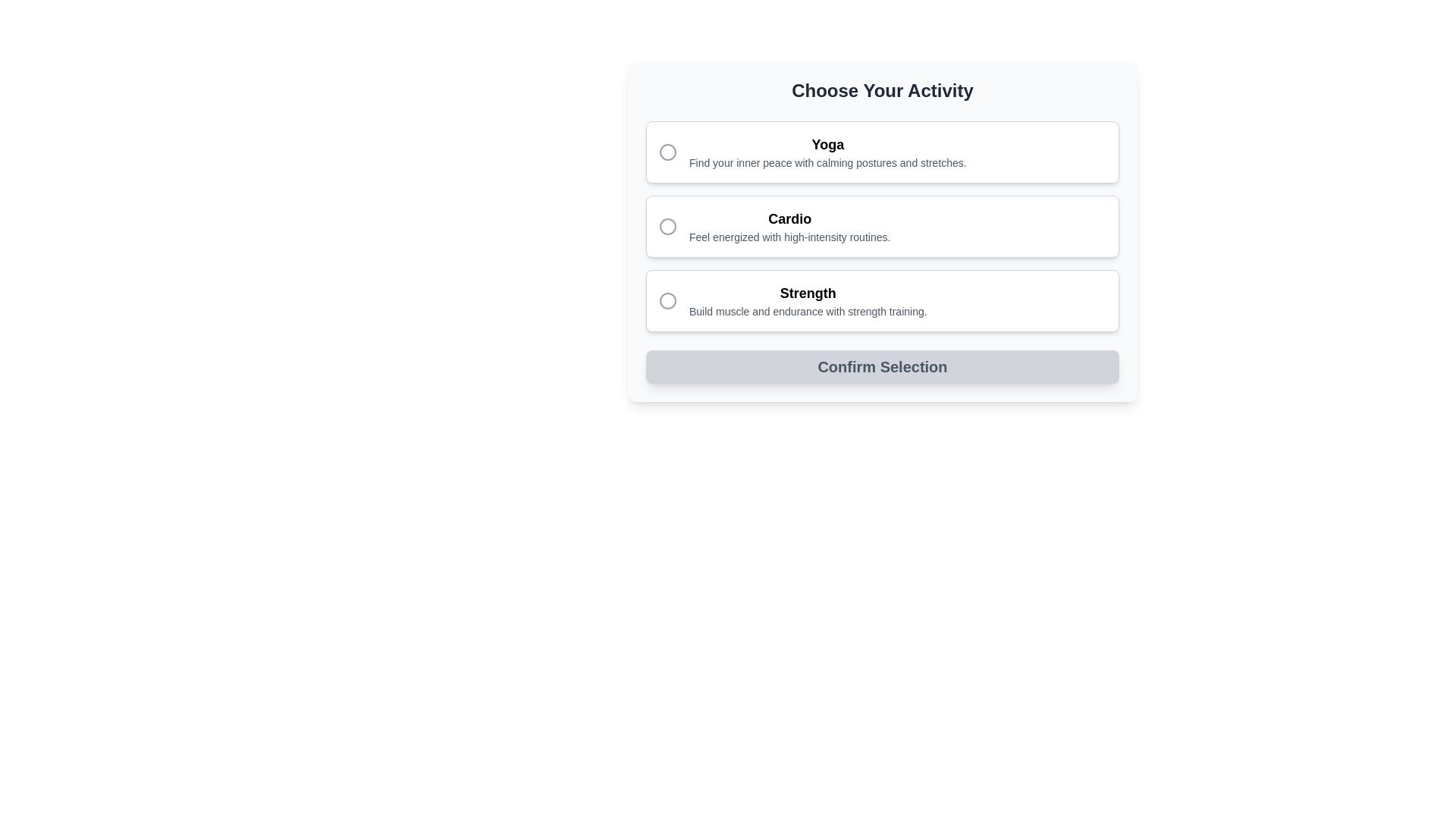 The width and height of the screenshot is (1456, 819). What do you see at coordinates (774, 227) in the screenshot?
I see `the text block displaying 'Cardio' and its subtitle 'Feel energized with high-intensity routines.' which is associated with the radio button in the vertical list` at bounding box center [774, 227].